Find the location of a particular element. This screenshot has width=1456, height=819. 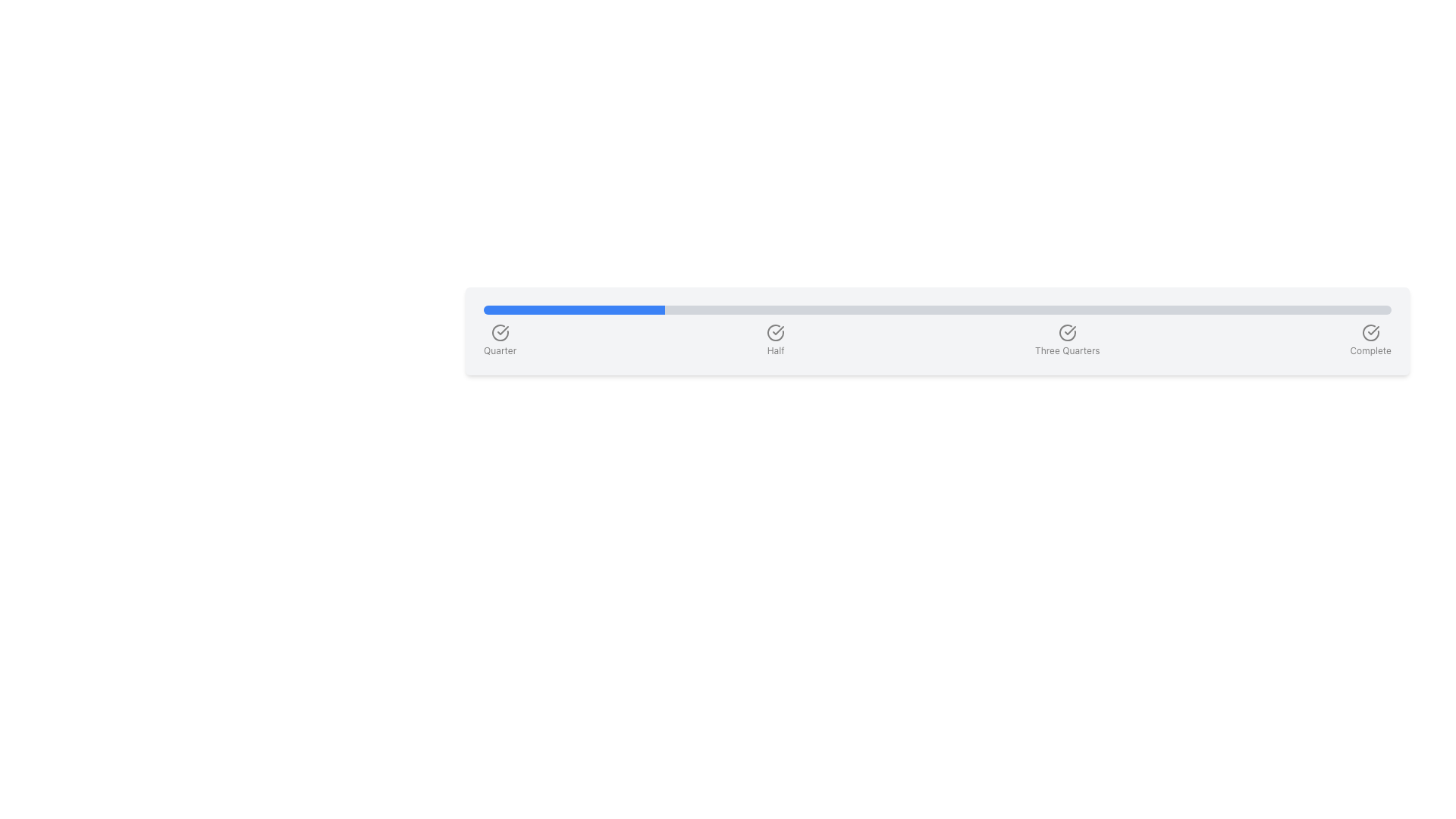

the circular icon with a check mark inside it, which is the third icon in the horizontal progress indicator above the text 'Three Quarters.' is located at coordinates (1066, 332).